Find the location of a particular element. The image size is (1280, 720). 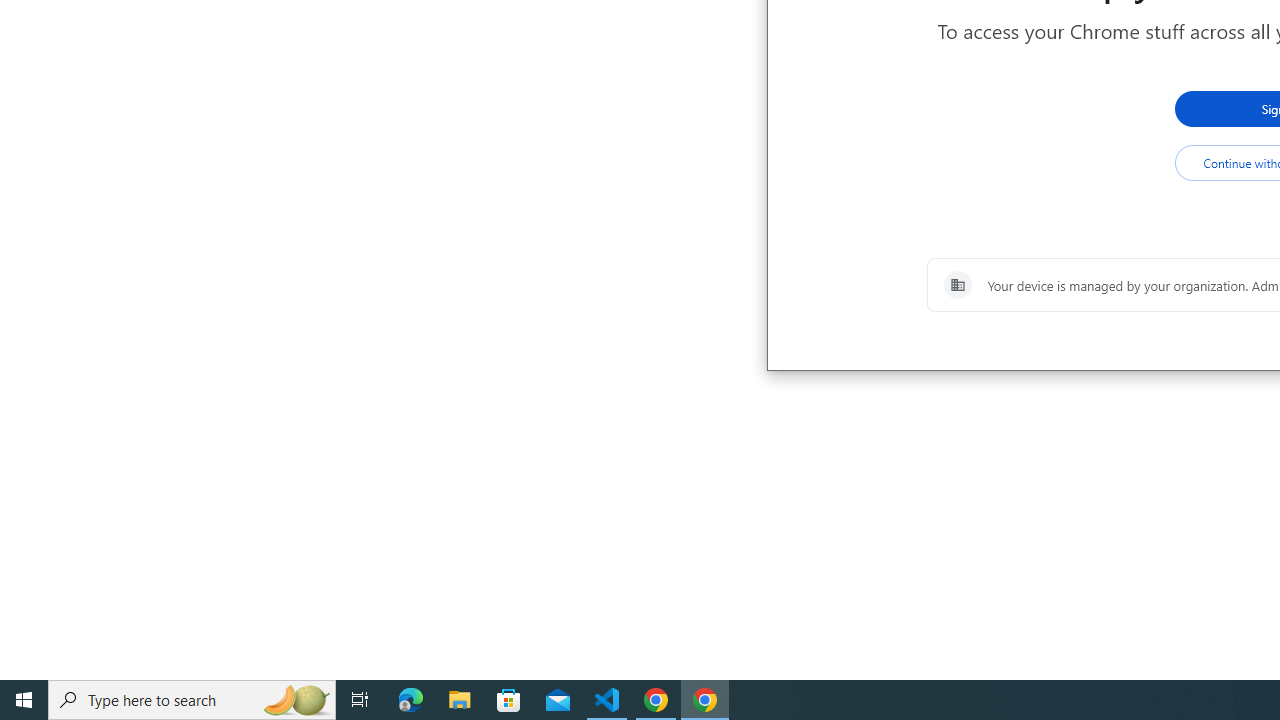

'Type here to search' is located at coordinates (192, 698).